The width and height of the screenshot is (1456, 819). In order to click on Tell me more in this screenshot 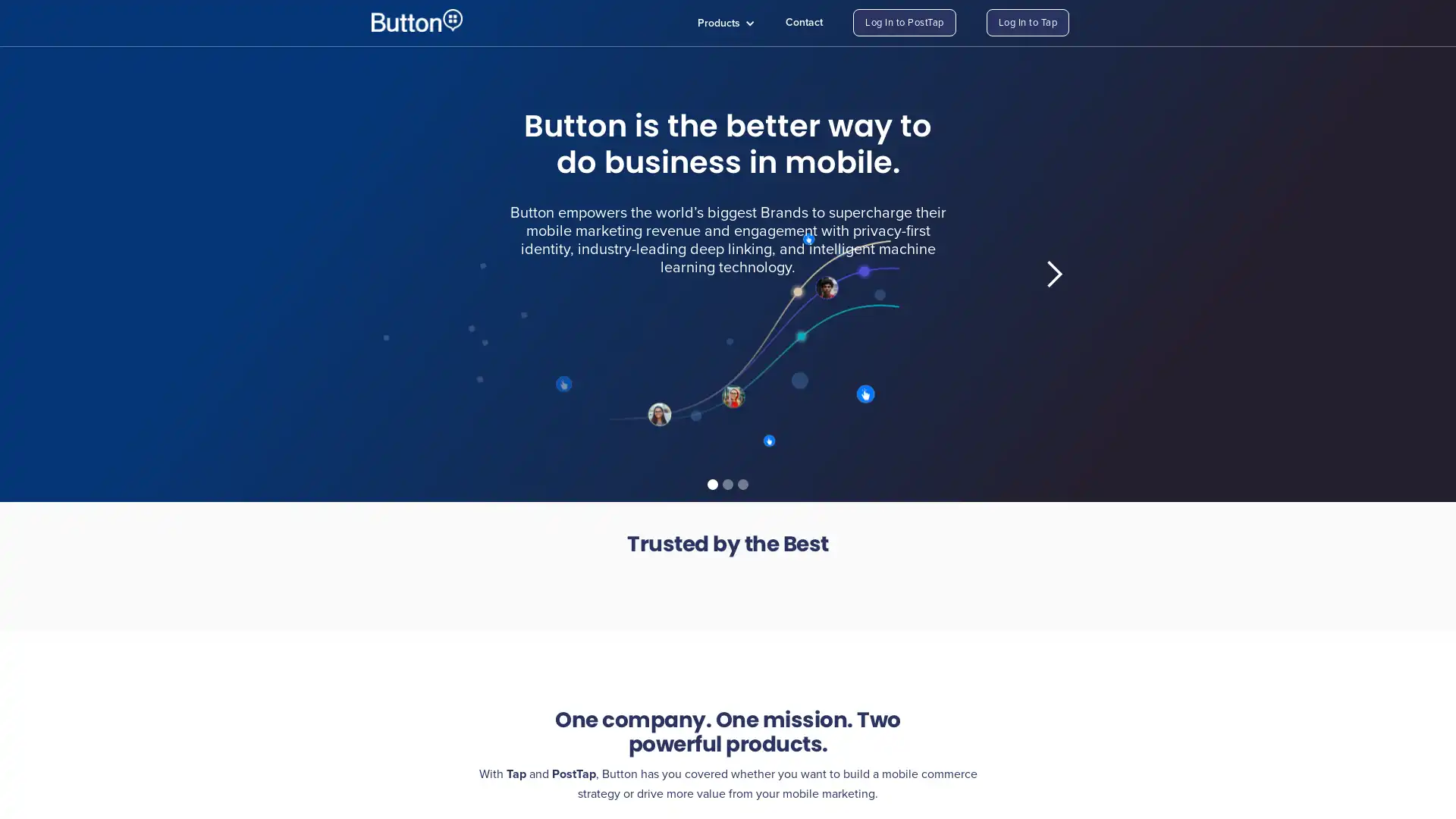, I will do `click(559, 385)`.